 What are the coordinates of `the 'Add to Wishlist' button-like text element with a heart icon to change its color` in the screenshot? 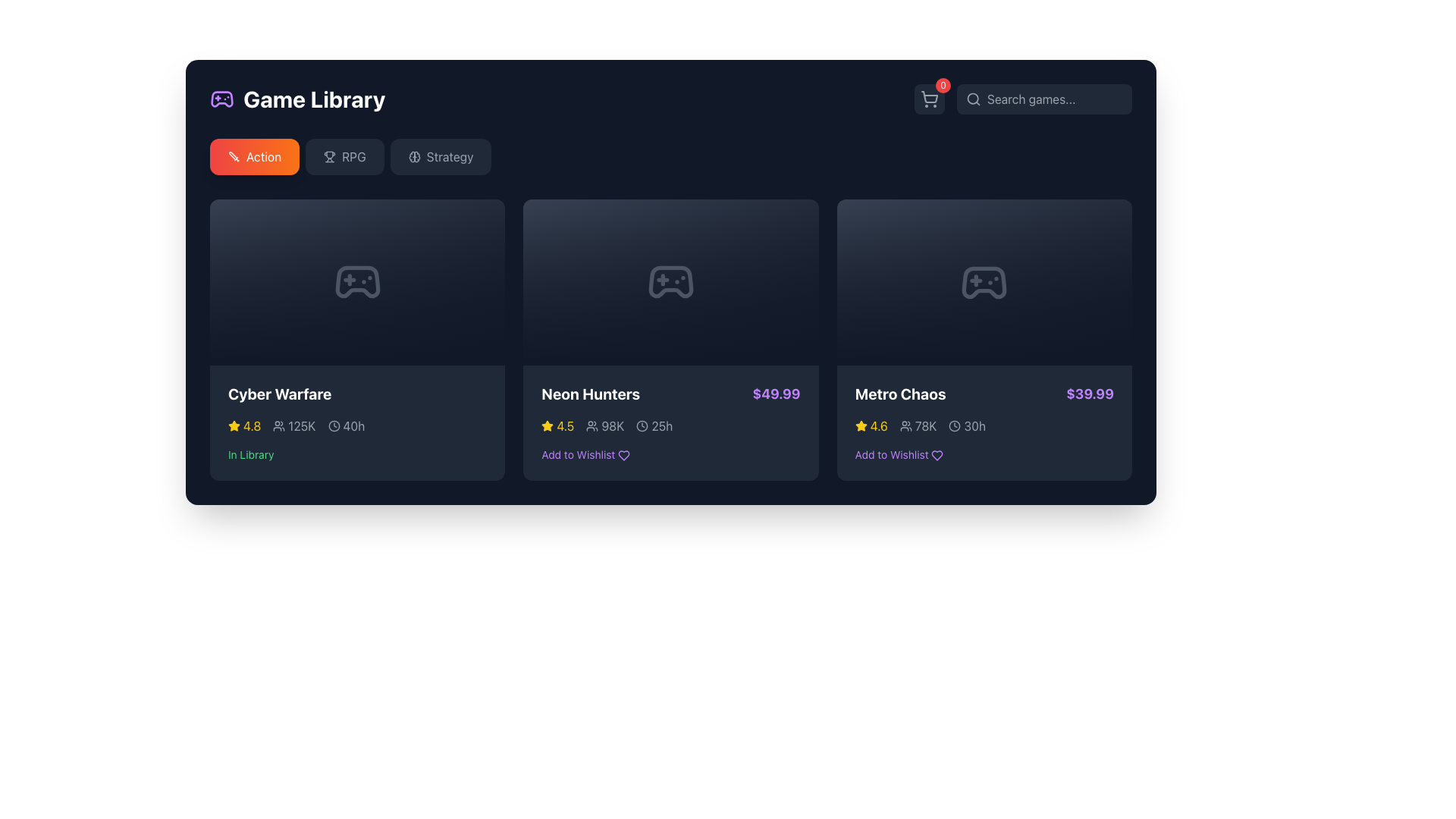 It's located at (585, 453).